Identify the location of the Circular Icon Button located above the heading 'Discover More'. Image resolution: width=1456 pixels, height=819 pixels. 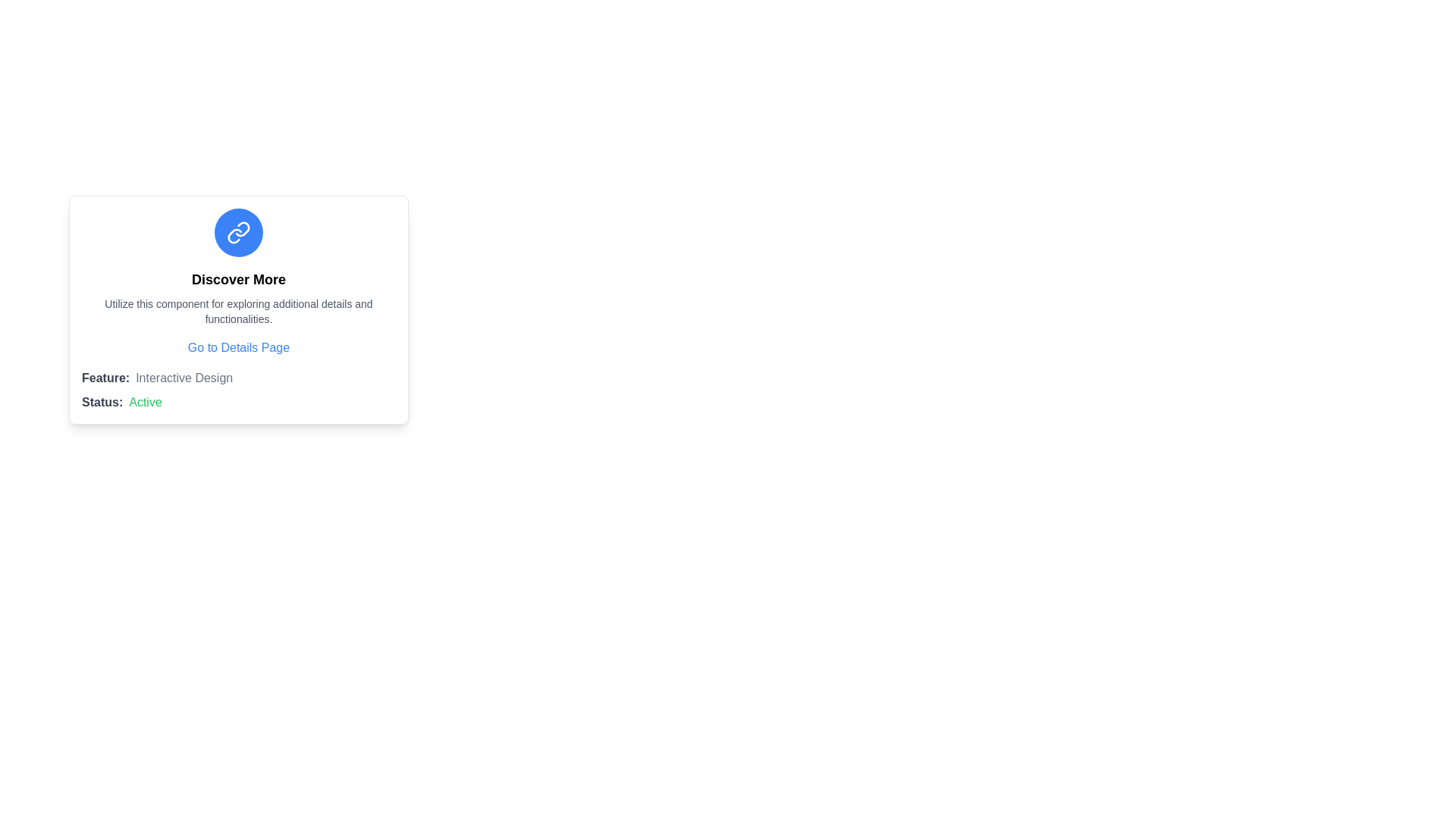
(238, 233).